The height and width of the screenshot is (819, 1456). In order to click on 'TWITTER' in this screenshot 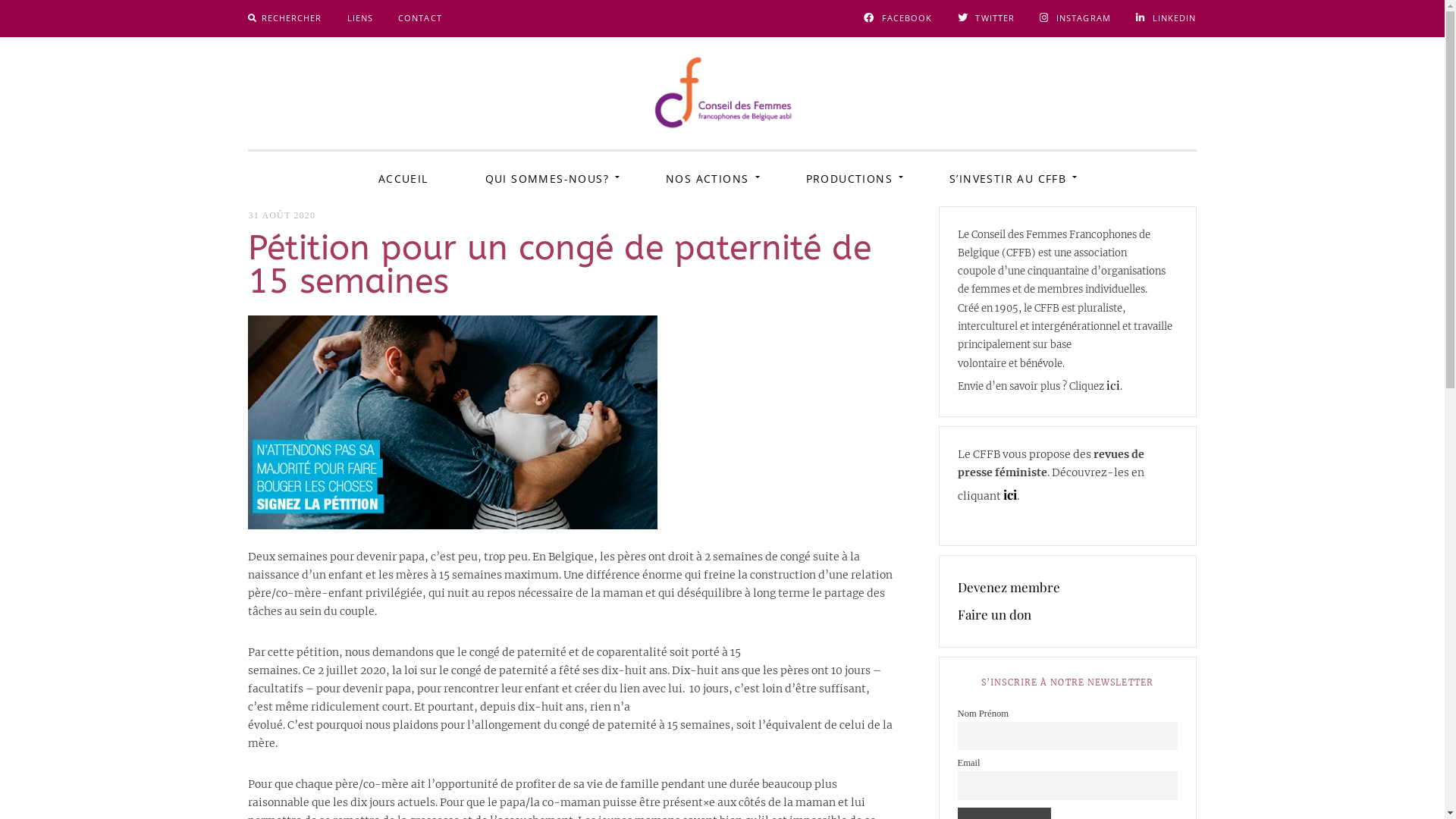, I will do `click(986, 18)`.